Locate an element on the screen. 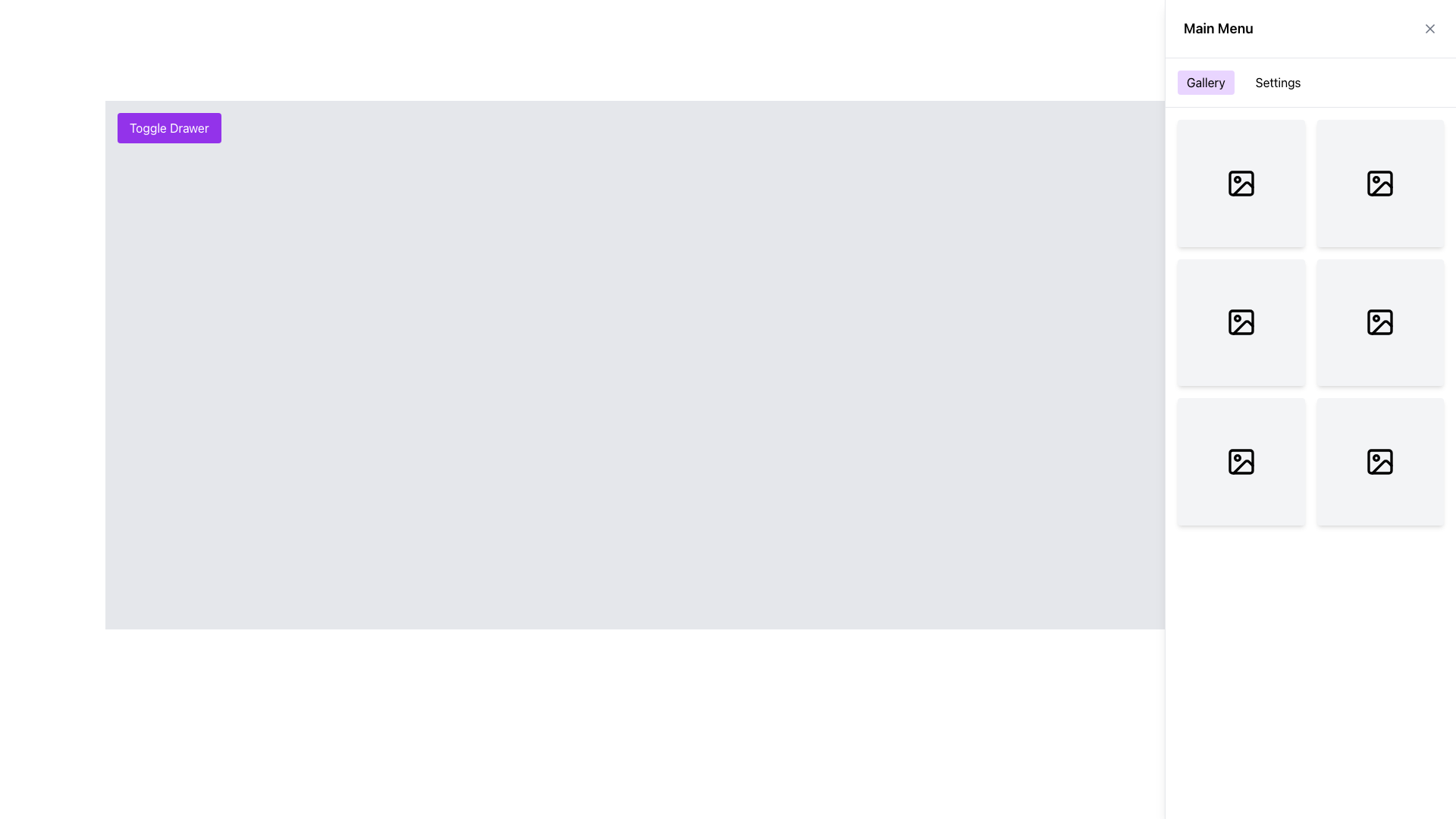  the slanted line component of the image icon located in the lower-right corner of the grid layout is located at coordinates (1382, 327).